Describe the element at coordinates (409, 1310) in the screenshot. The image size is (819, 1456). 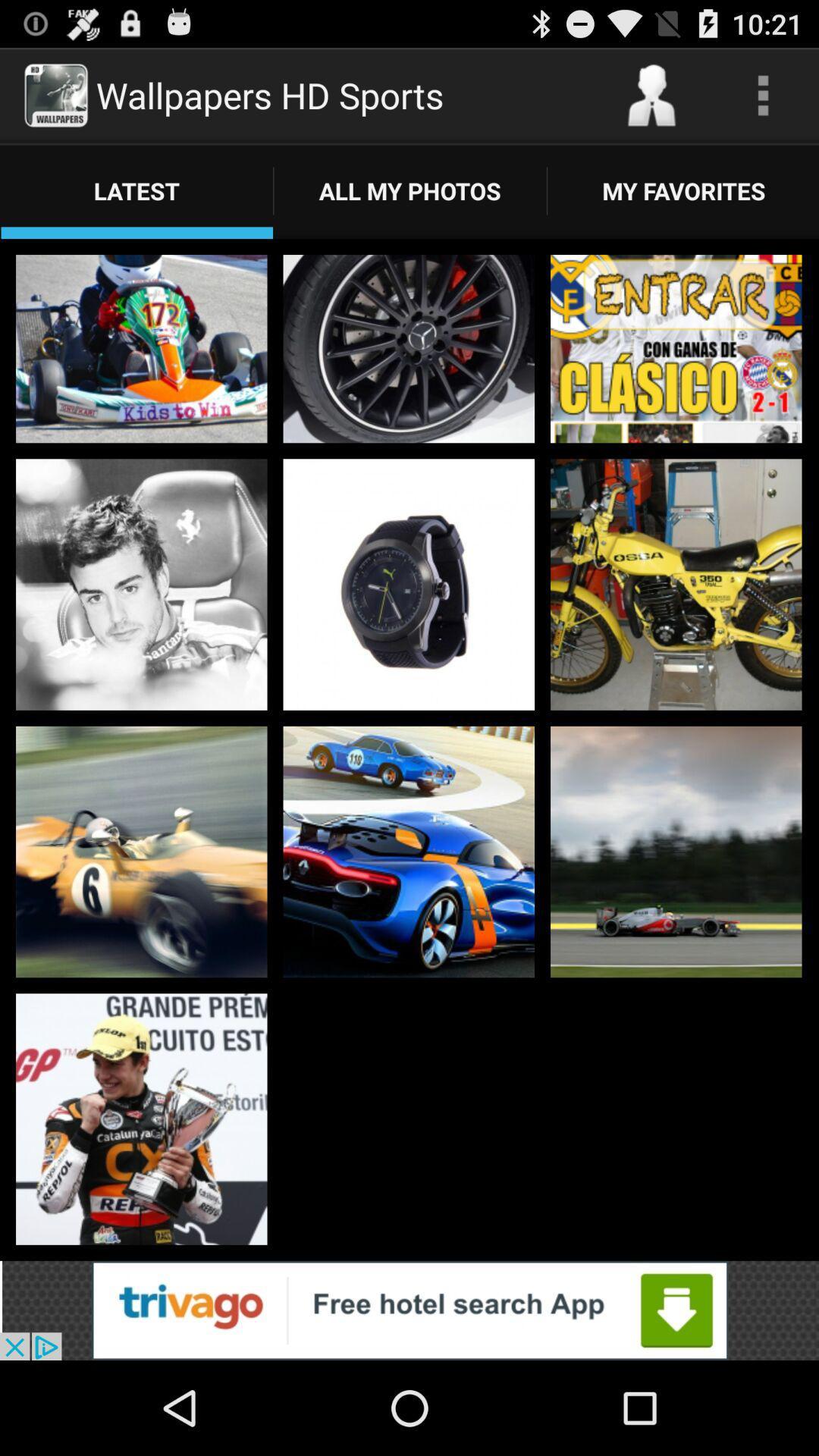
I see `choose advertisement` at that location.